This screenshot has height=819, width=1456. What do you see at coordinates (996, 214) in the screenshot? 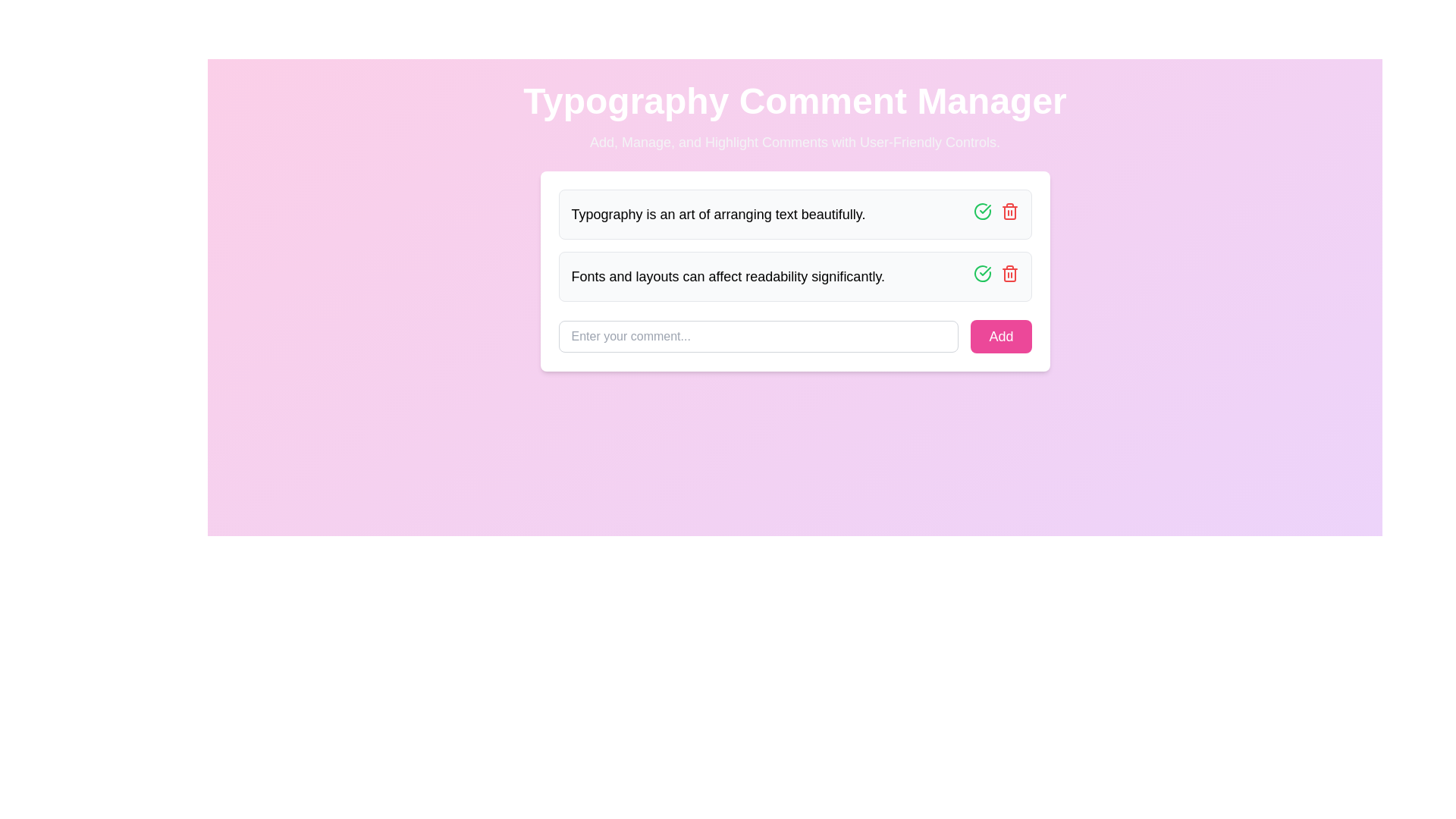
I see `the Action button group consisting of a green circular checkmark and a red trash bin icon, located in the first comment panel with the text 'Typography is an art of arranging text beautifully.'` at bounding box center [996, 214].